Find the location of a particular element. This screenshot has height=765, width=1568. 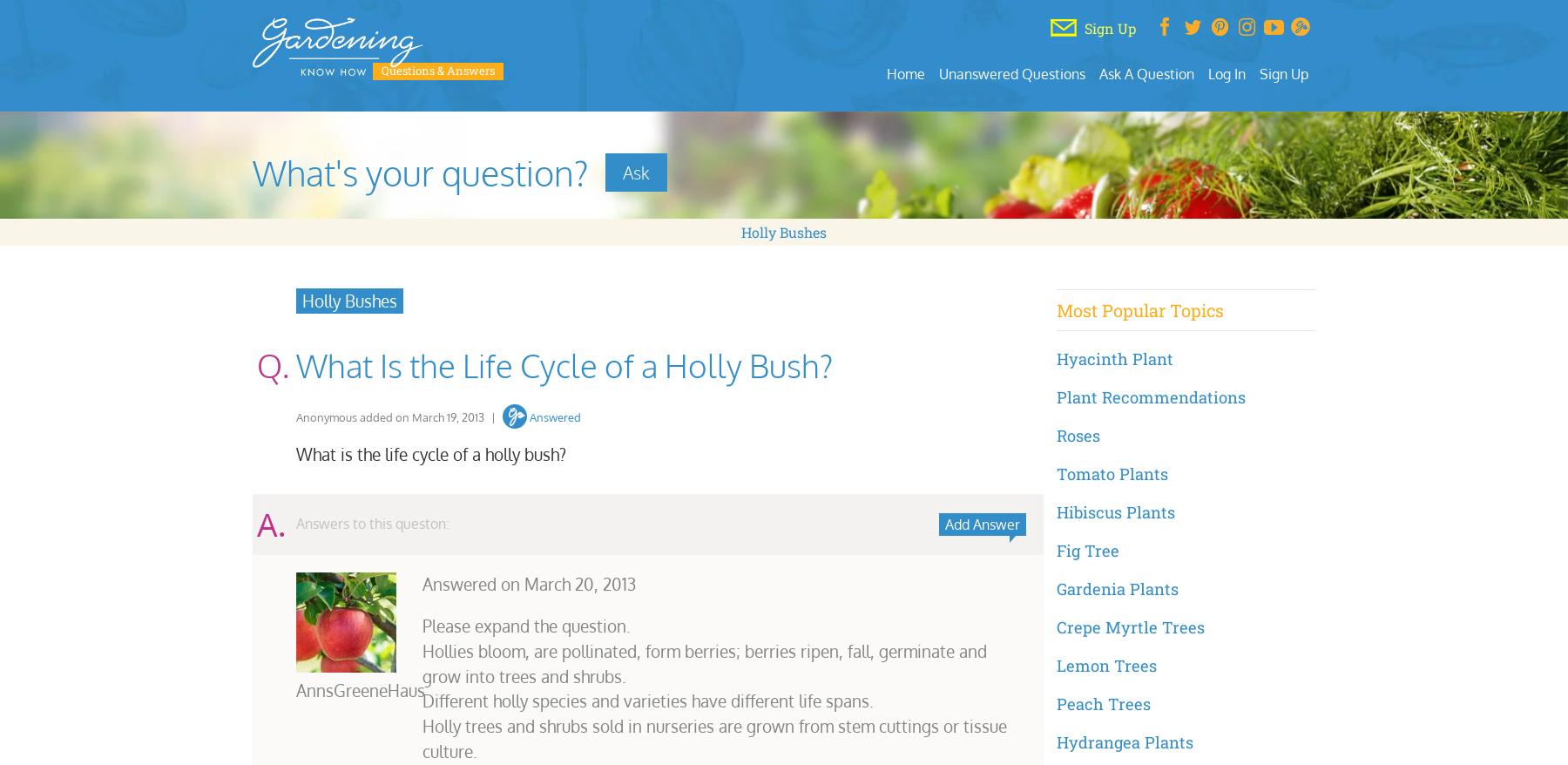

'Log In' is located at coordinates (1226, 72).